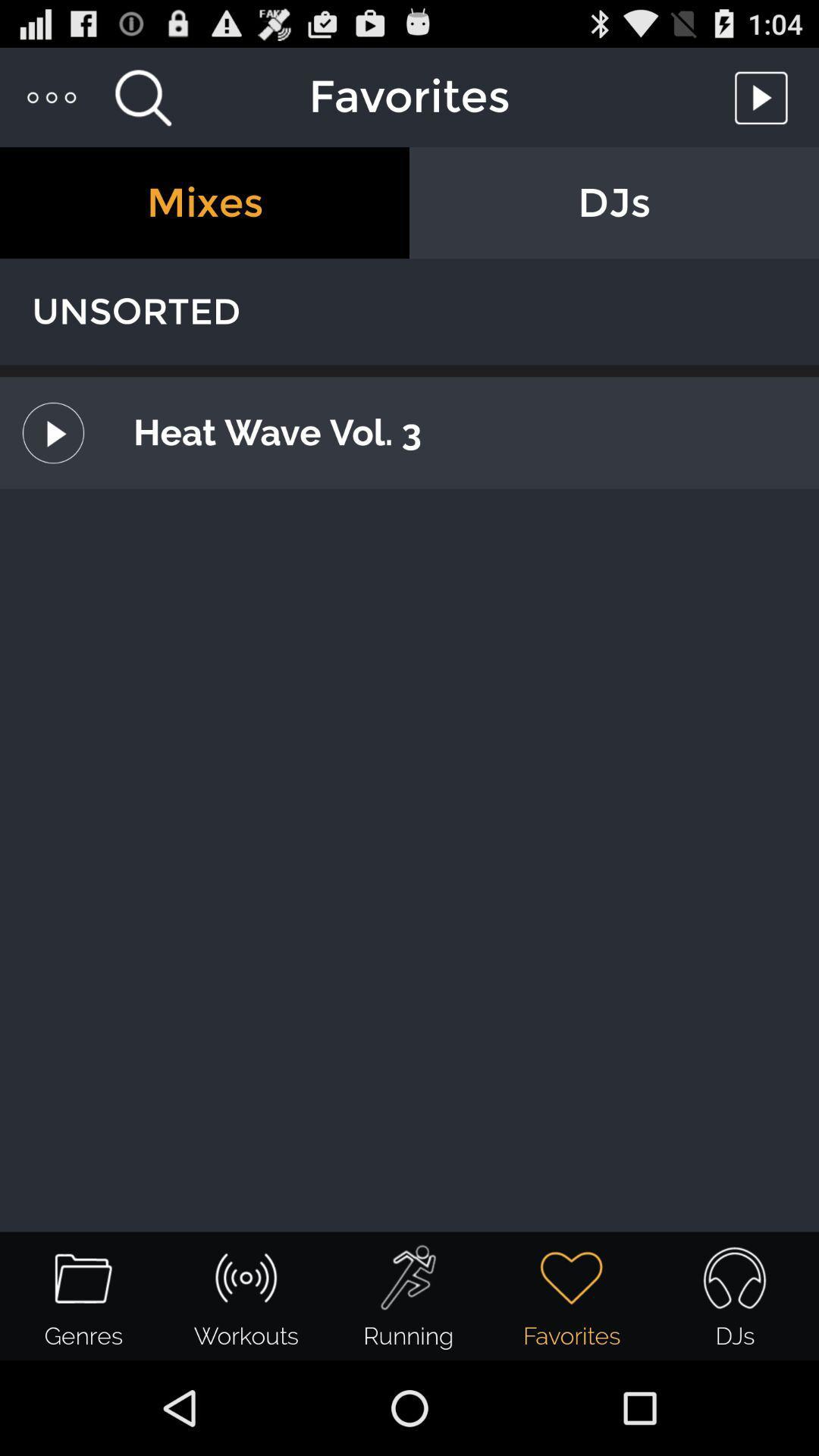  Describe the element at coordinates (143, 96) in the screenshot. I see `search icon` at that location.